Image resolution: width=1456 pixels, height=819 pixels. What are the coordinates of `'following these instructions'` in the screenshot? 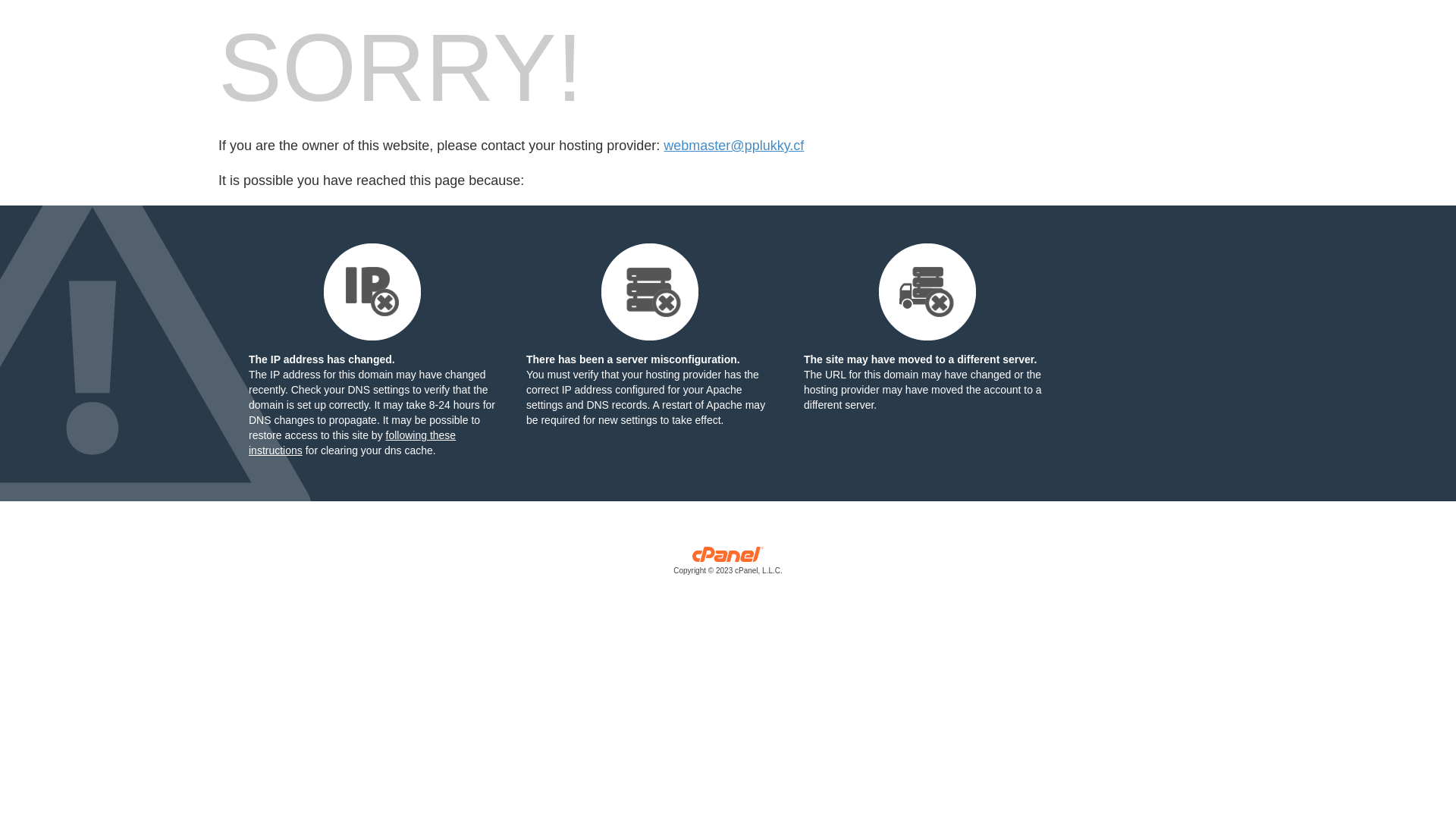 It's located at (351, 442).